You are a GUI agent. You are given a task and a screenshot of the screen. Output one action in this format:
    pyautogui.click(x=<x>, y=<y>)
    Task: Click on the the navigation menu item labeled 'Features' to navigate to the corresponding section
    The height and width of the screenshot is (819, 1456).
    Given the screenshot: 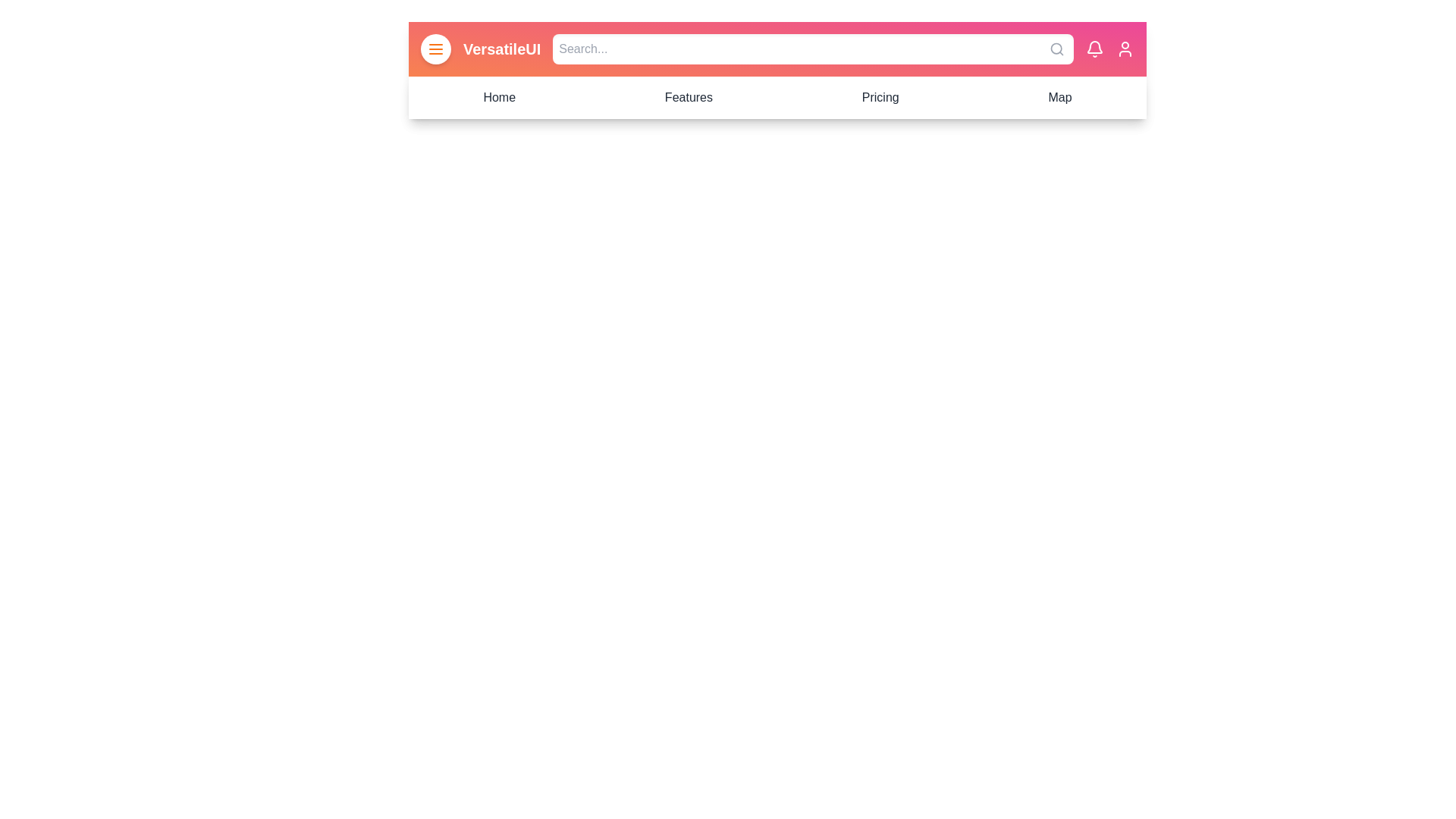 What is the action you would take?
    pyautogui.click(x=688, y=97)
    